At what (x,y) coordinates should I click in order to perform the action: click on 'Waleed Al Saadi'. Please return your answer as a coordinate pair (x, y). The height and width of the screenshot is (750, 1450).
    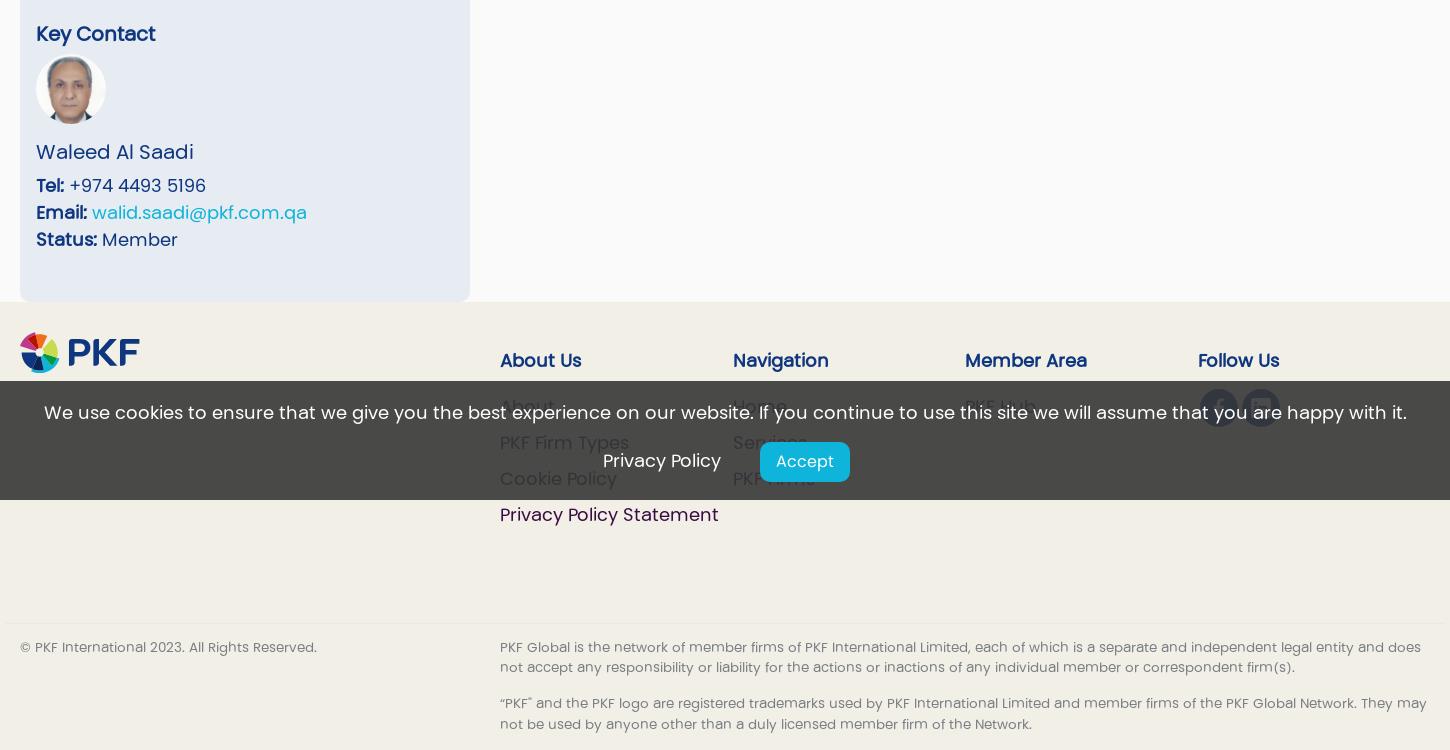
    Looking at the image, I should click on (114, 152).